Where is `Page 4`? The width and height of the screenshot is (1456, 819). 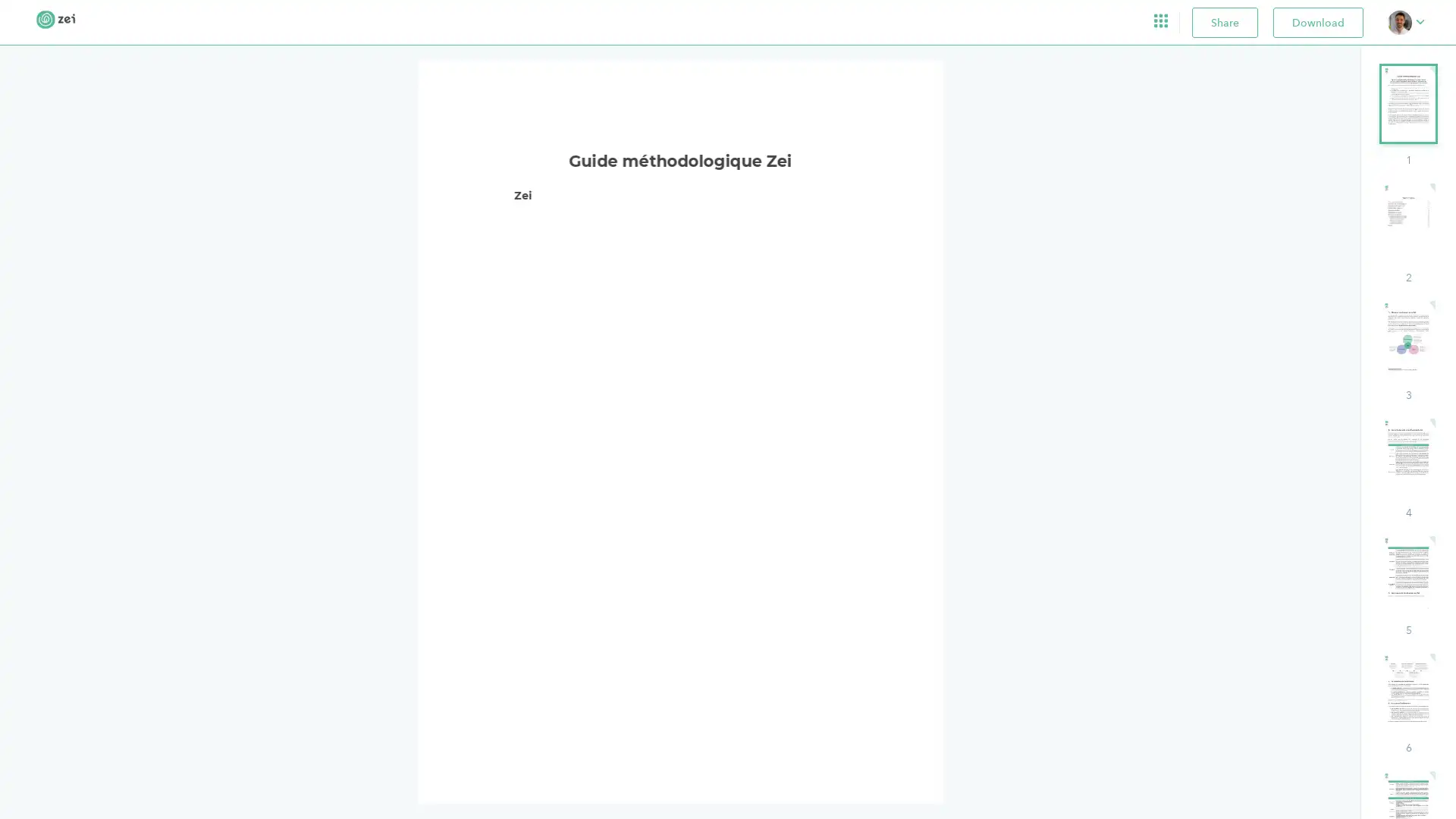
Page 4 is located at coordinates (1407, 468).